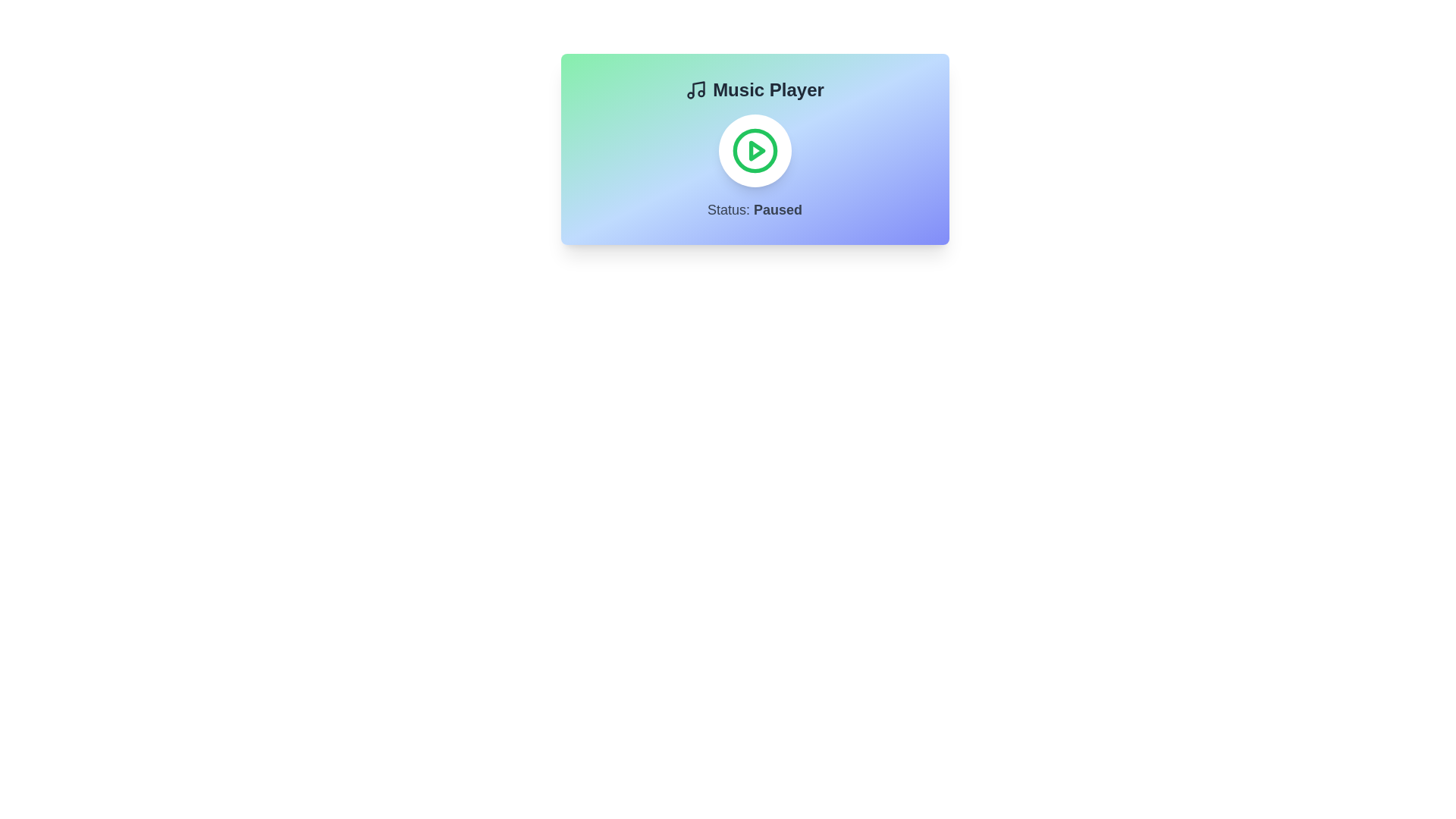 This screenshot has height=819, width=1456. I want to click on the play button to toggle the play/pause state of the music player, so click(755, 151).